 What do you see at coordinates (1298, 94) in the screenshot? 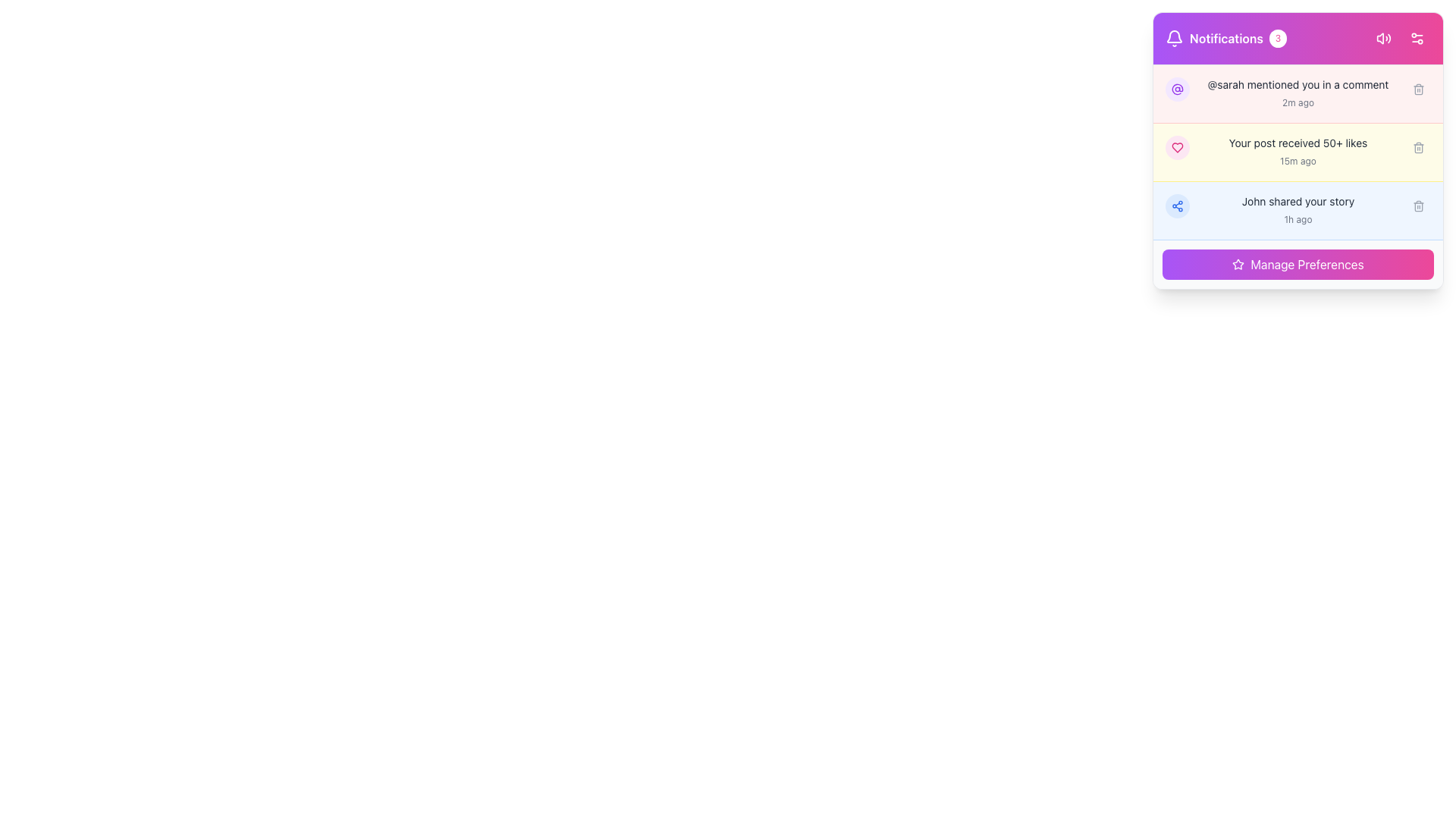
I see `notification content from the notification card stating '@sarah mentioned you in a comment' located at the top-right corner of the interface` at bounding box center [1298, 94].